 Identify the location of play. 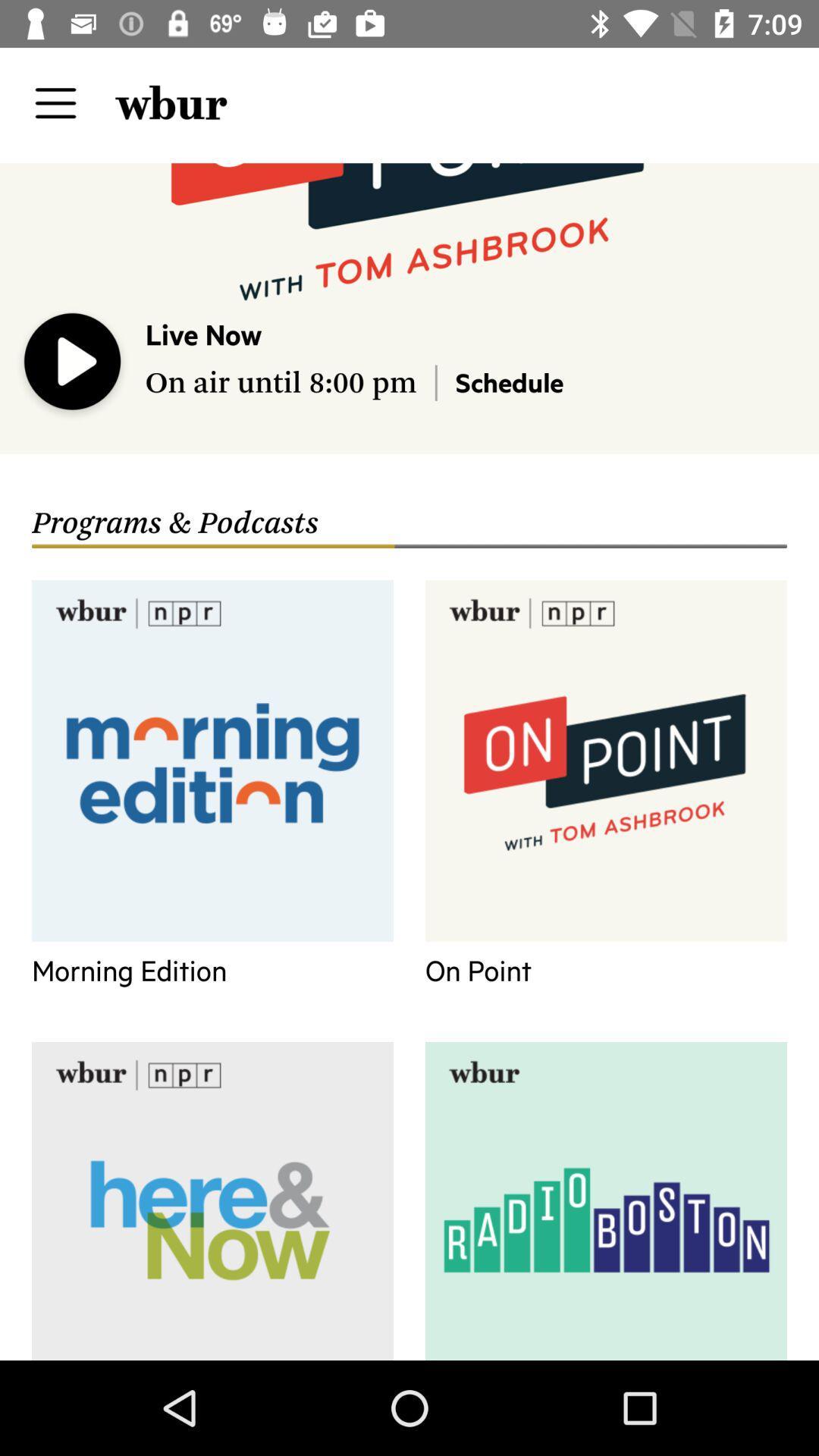
(73, 365).